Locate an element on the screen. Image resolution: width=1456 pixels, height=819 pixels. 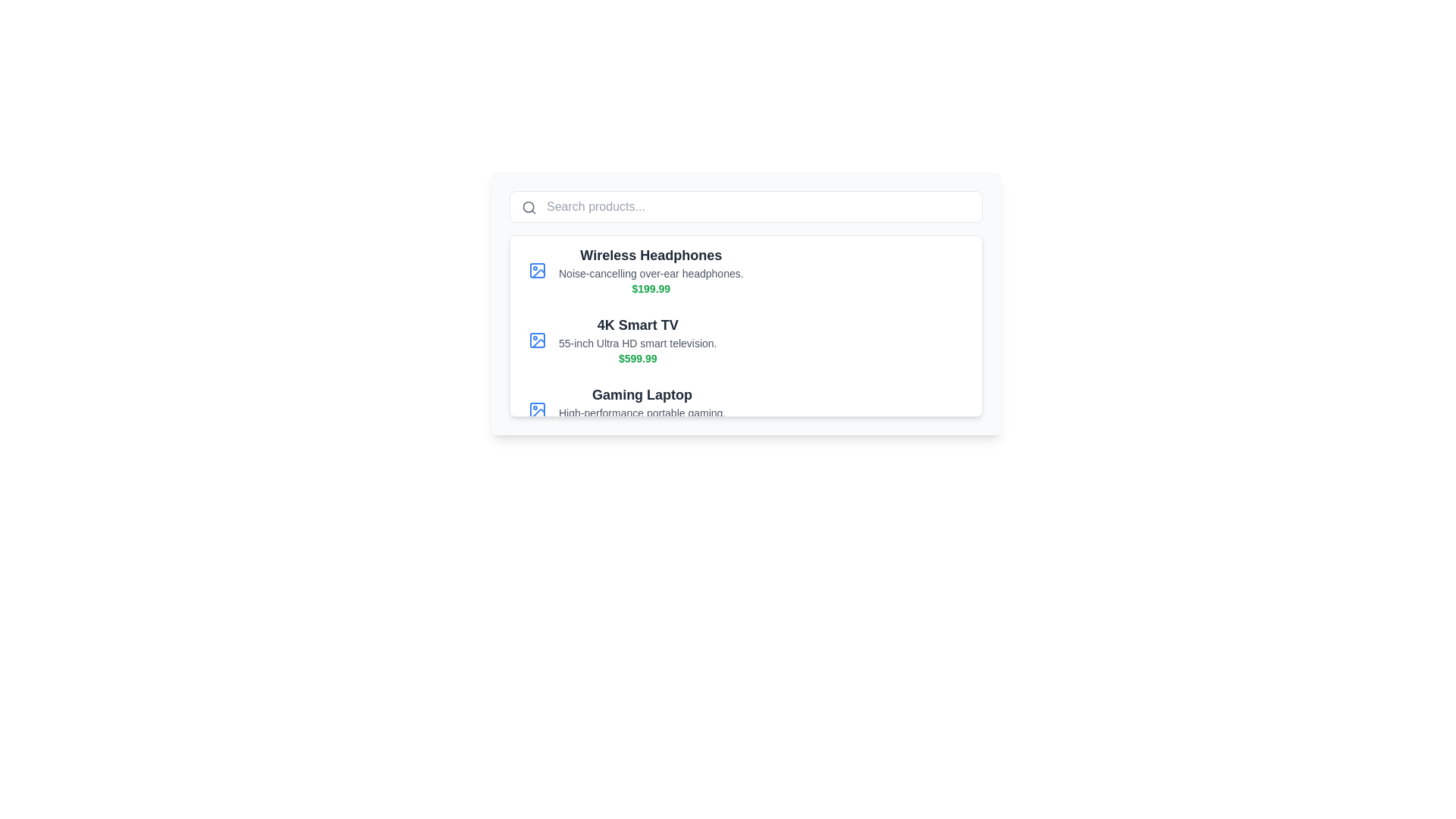
the icon for the '4K Smart TV' product listing, which is positioned to the far left of the content block and aligned vertically with the product title is located at coordinates (538, 339).